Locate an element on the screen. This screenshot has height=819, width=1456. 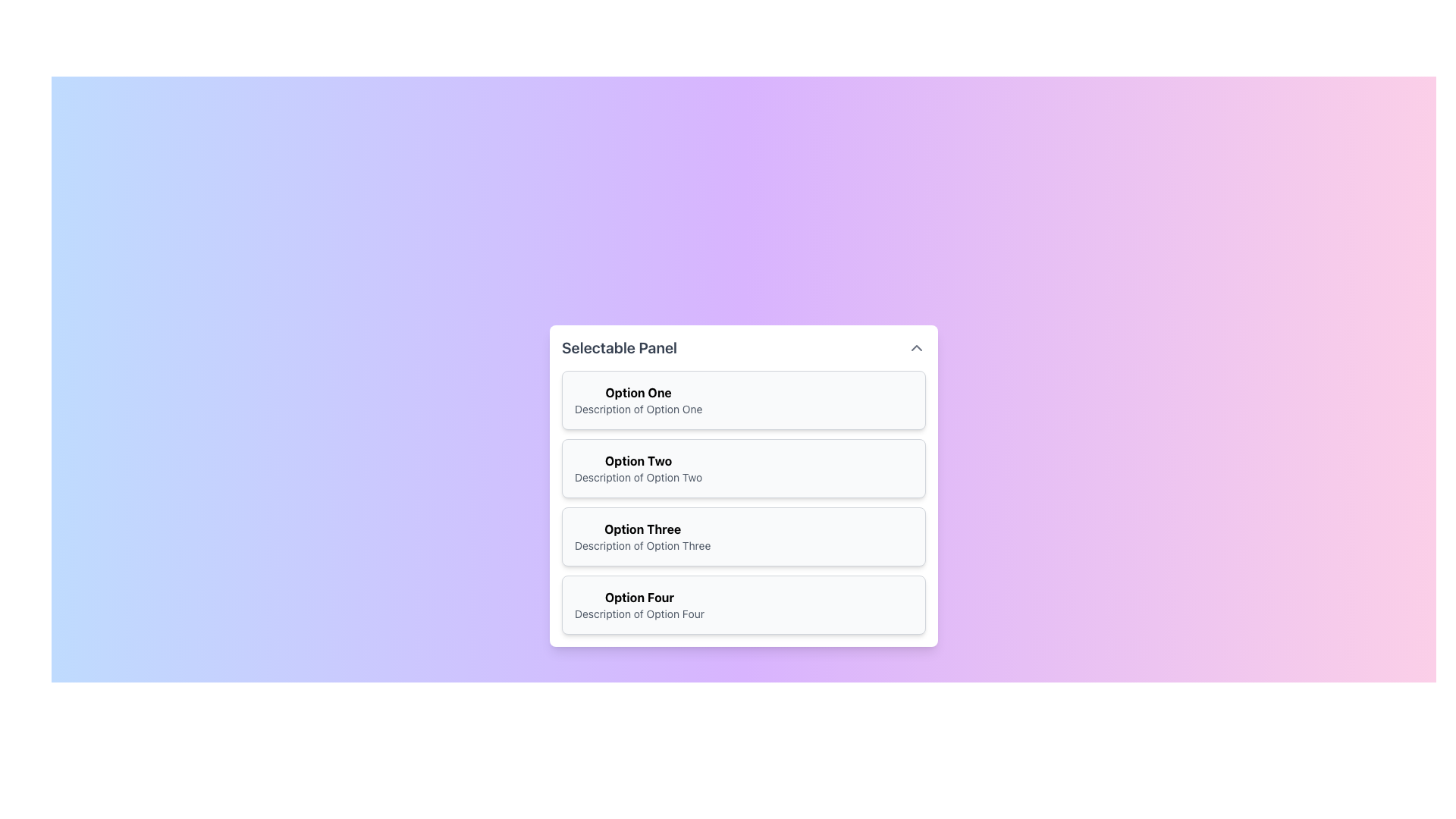
the text label displaying 'Description of Option Three', which is positioned below the title 'Option Three' within the selectable panel is located at coordinates (642, 546).